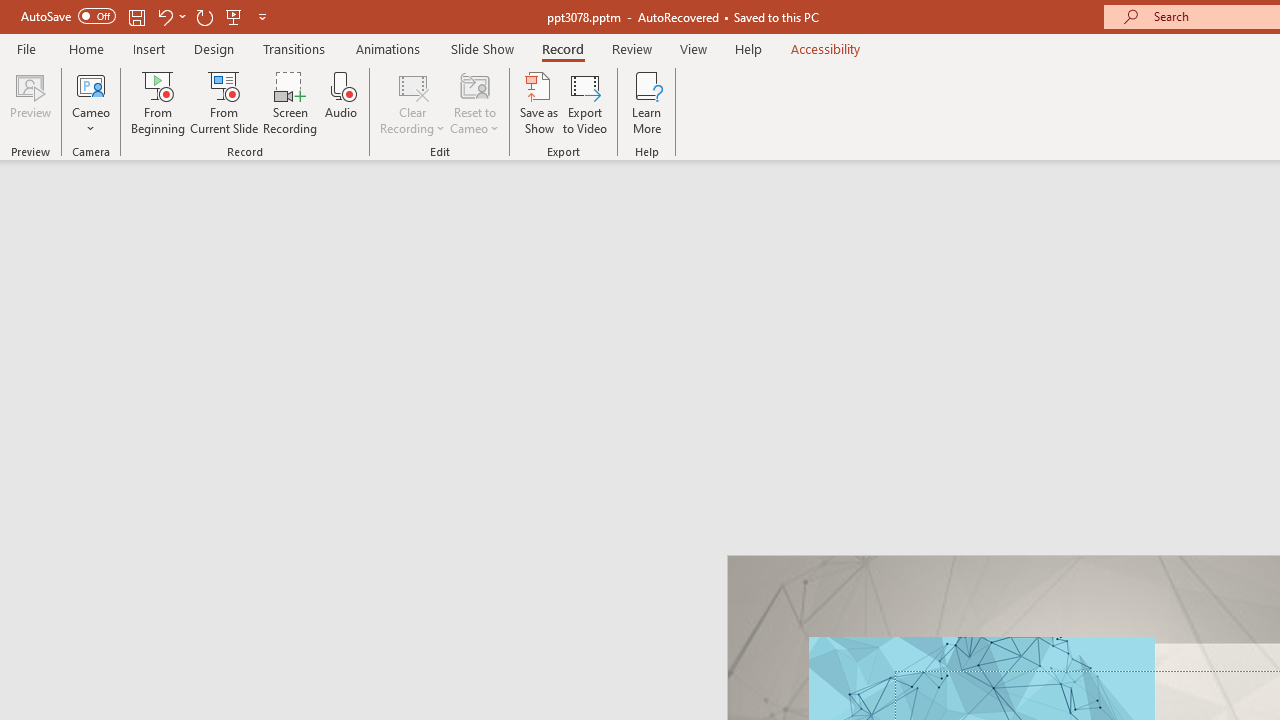  Describe the element at coordinates (30, 103) in the screenshot. I see `'Preview'` at that location.